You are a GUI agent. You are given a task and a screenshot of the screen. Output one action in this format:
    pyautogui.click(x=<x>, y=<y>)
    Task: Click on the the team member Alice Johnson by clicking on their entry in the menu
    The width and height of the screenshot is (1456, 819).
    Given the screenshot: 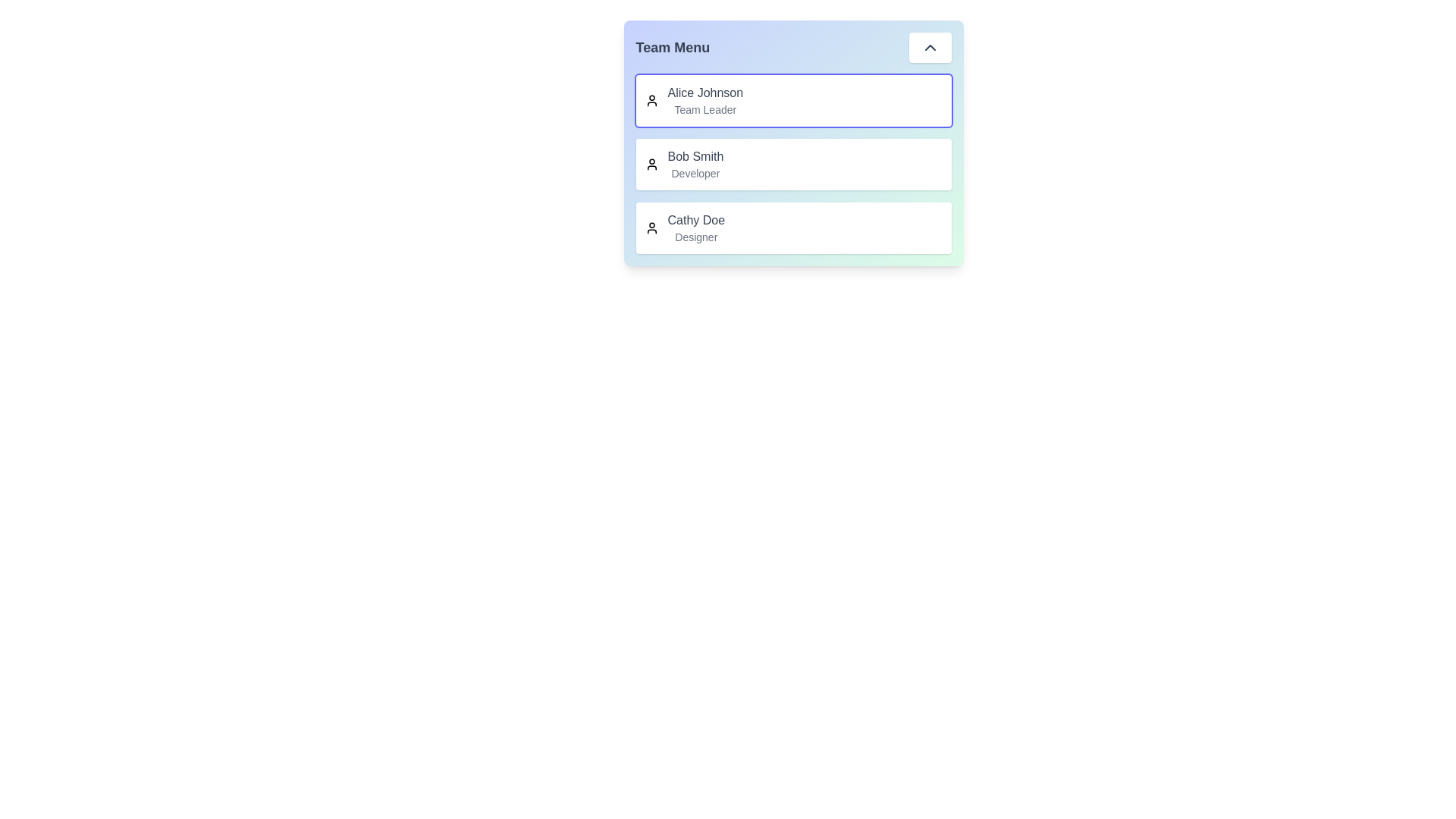 What is the action you would take?
    pyautogui.click(x=792, y=100)
    